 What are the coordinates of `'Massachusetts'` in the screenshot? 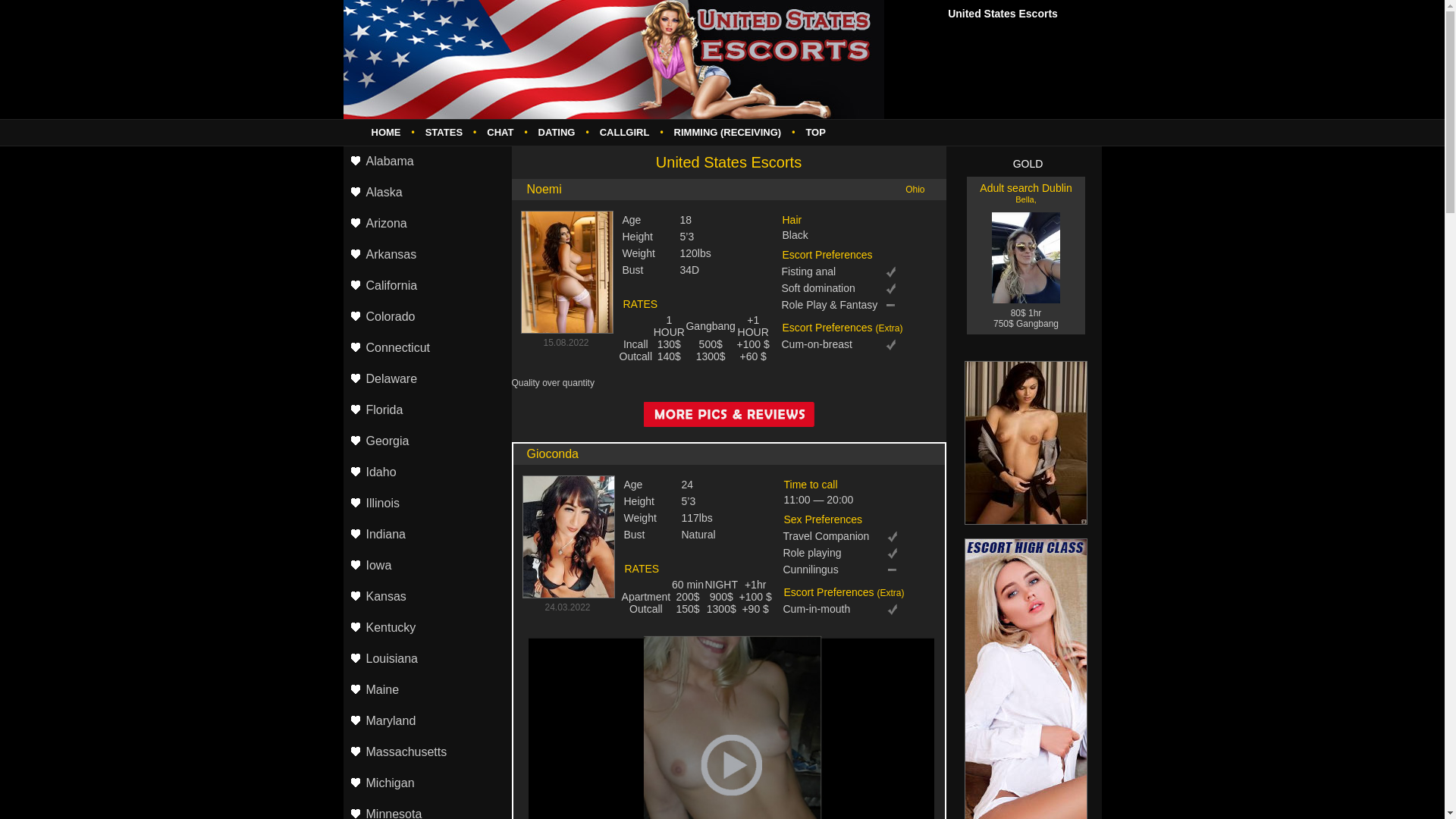 It's located at (425, 752).